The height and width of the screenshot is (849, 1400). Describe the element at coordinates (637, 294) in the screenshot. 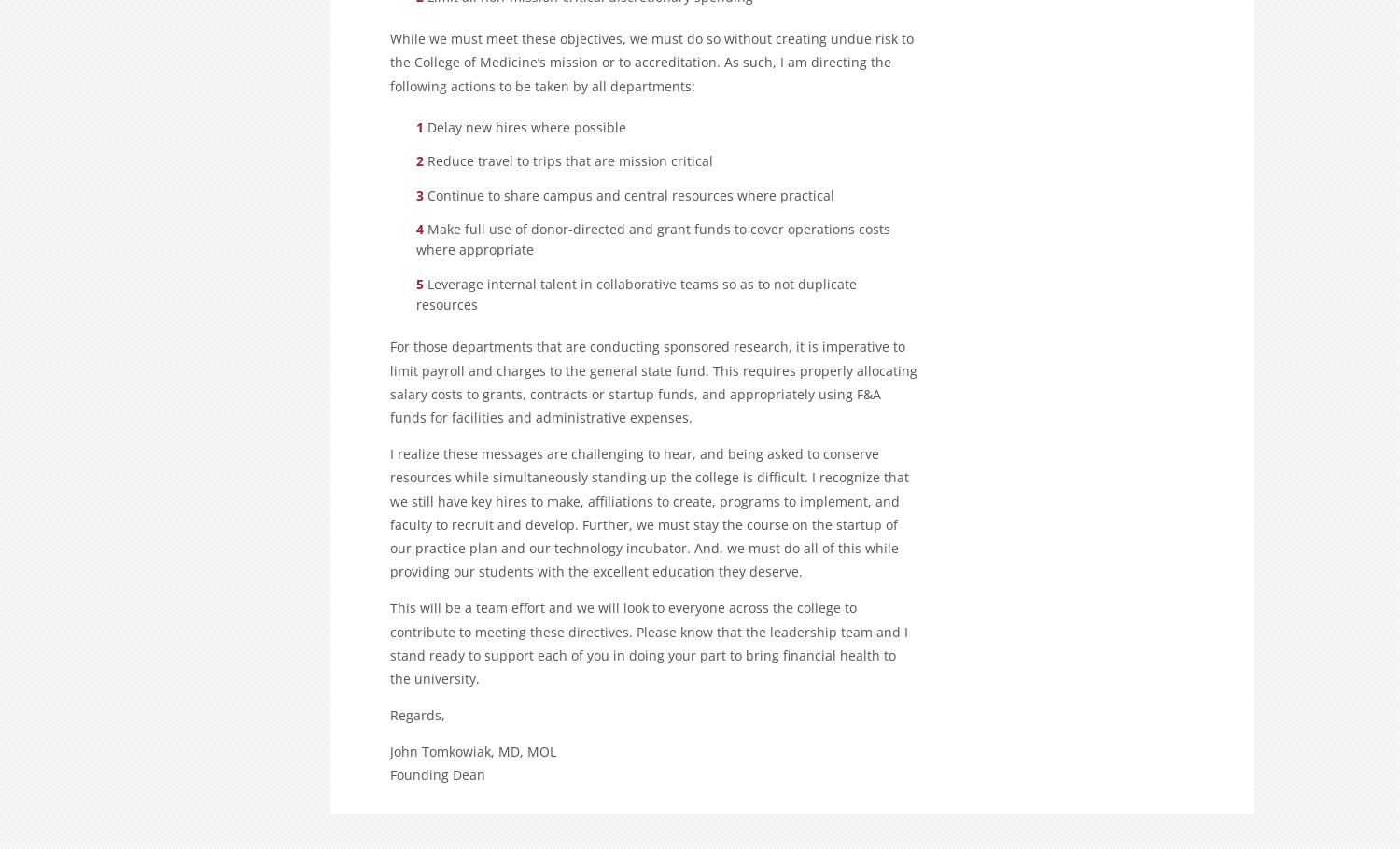

I see `'Leverage internal talent in collaborative teams so as to not duplicate resources'` at that location.